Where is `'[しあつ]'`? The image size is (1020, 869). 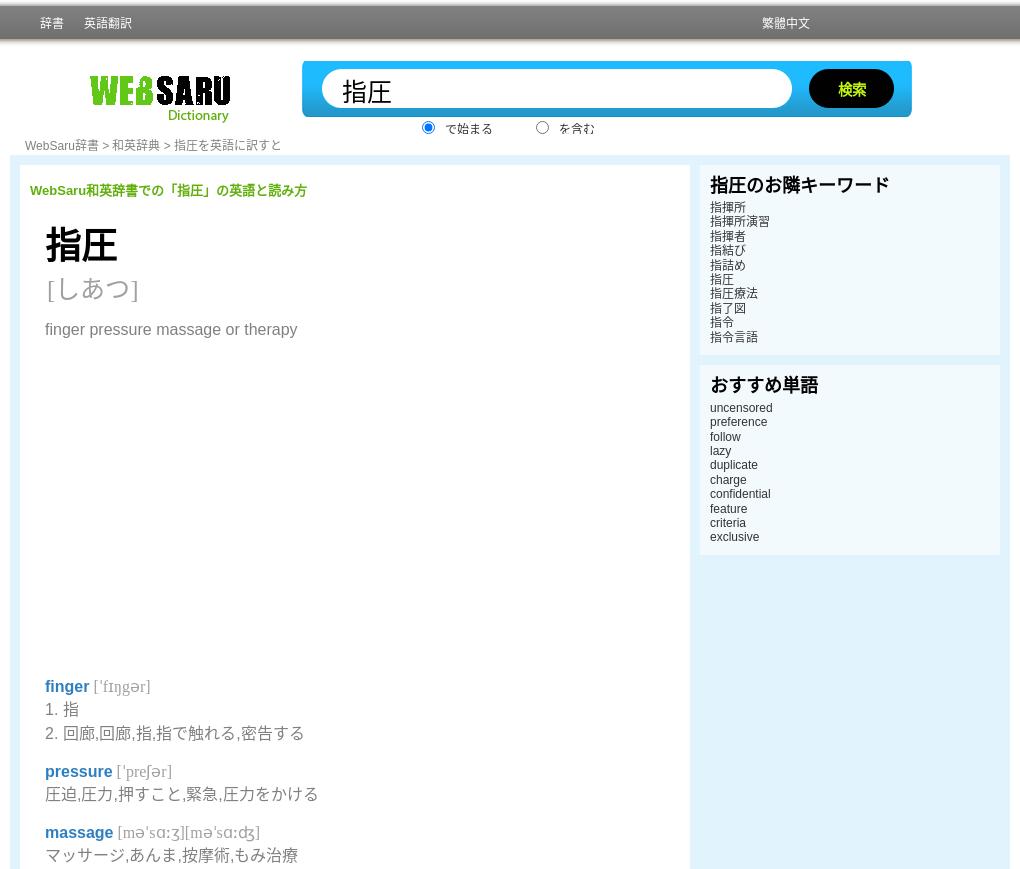 '[しあつ]' is located at coordinates (91, 288).